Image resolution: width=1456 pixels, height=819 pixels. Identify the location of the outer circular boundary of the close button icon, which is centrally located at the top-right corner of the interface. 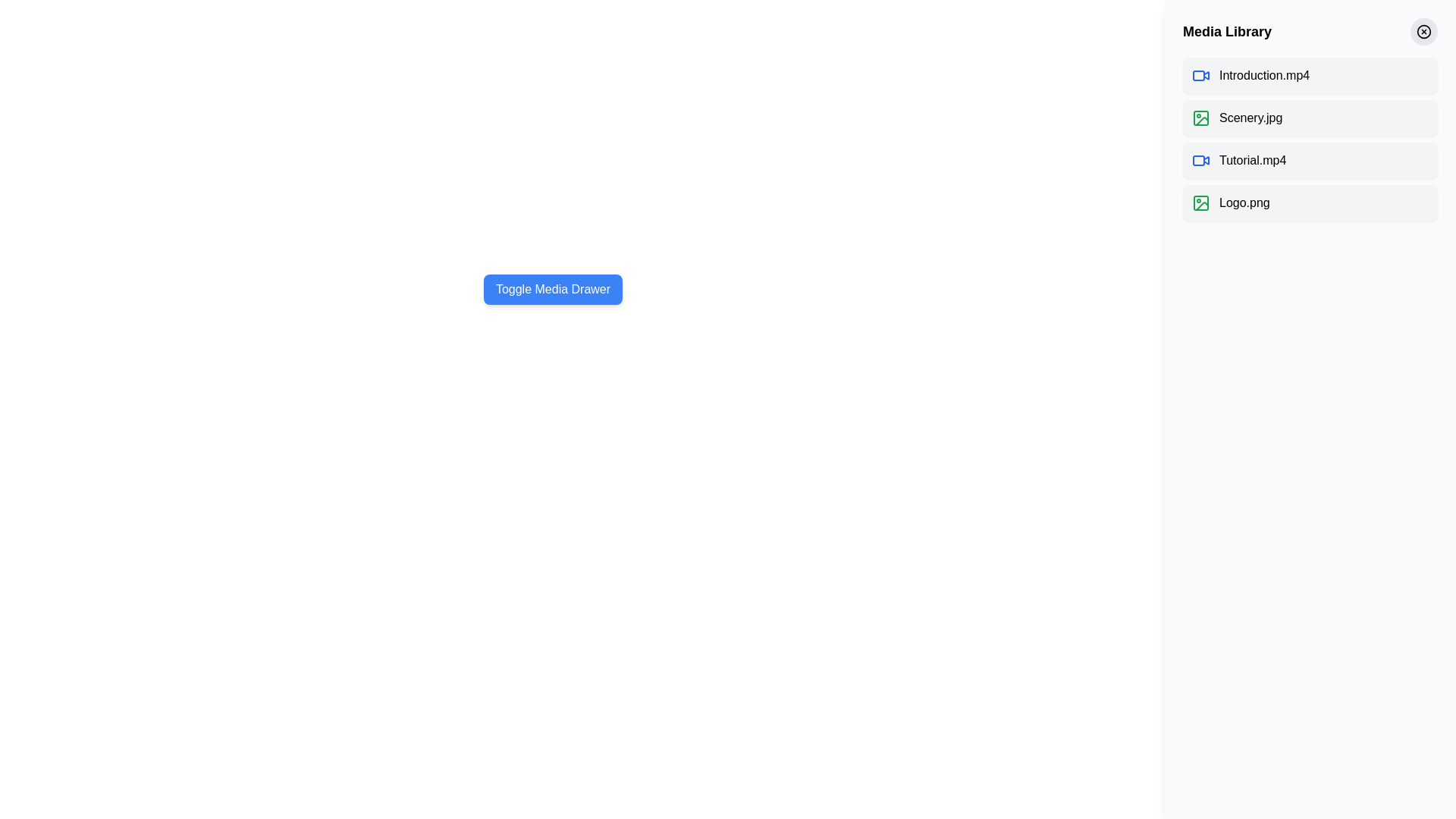
(1423, 32).